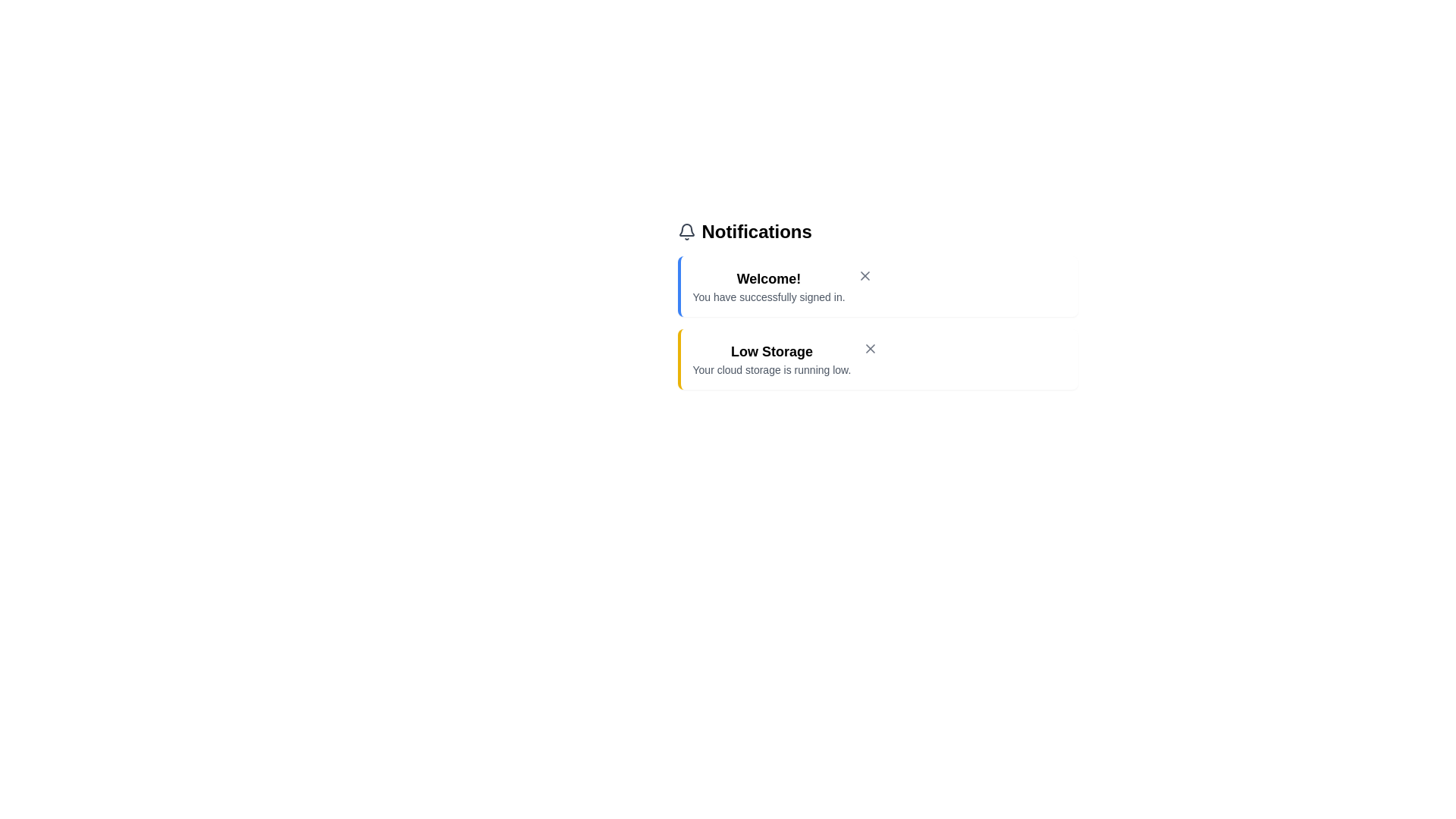 This screenshot has height=819, width=1456. Describe the element at coordinates (871, 348) in the screenshot. I see `the dismiss button located at the top-right corner of the 'Low Storage' notification card` at that location.